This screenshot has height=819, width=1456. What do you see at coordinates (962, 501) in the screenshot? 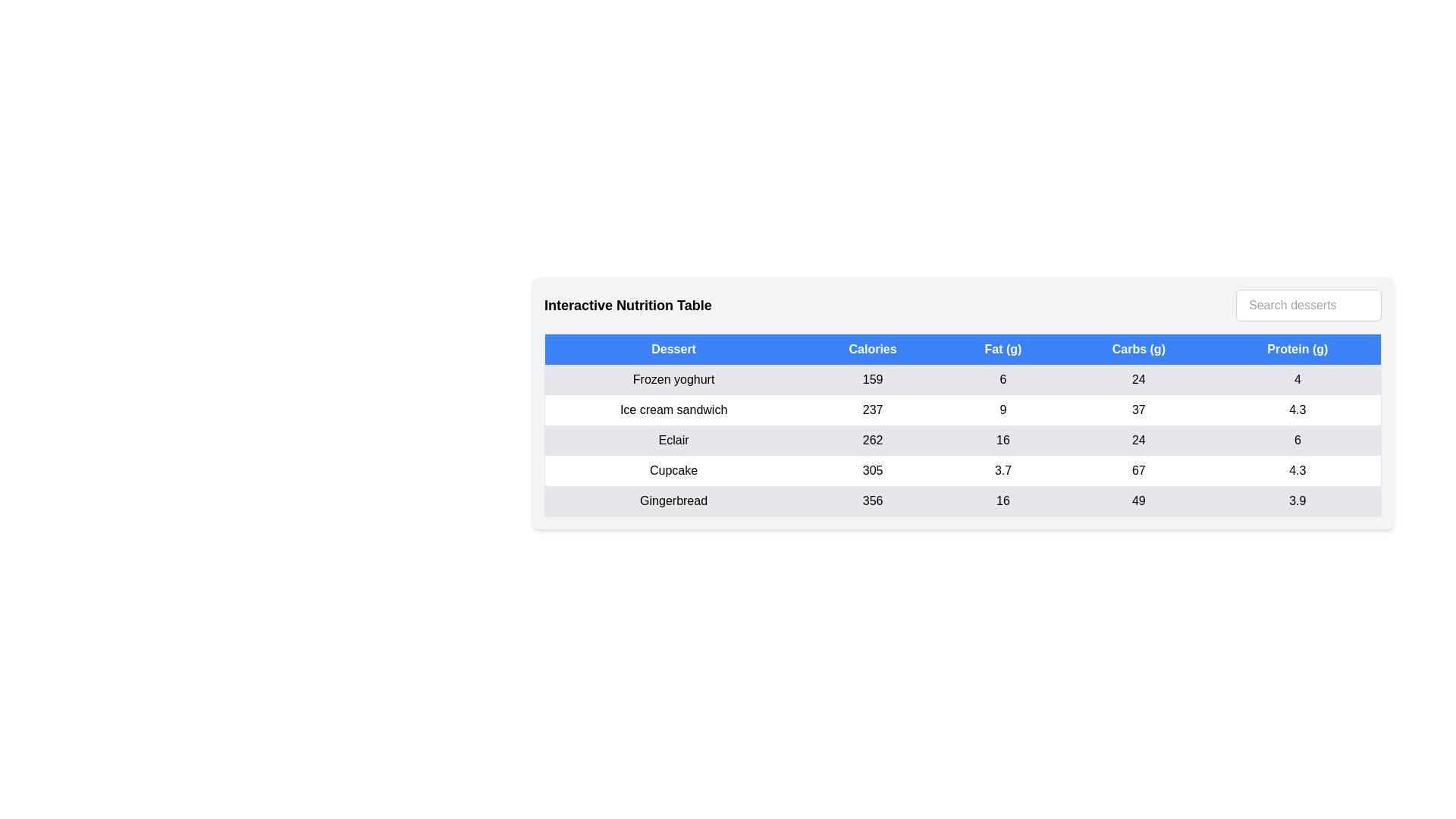
I see `the row corresponding to Gingerbread` at bounding box center [962, 501].